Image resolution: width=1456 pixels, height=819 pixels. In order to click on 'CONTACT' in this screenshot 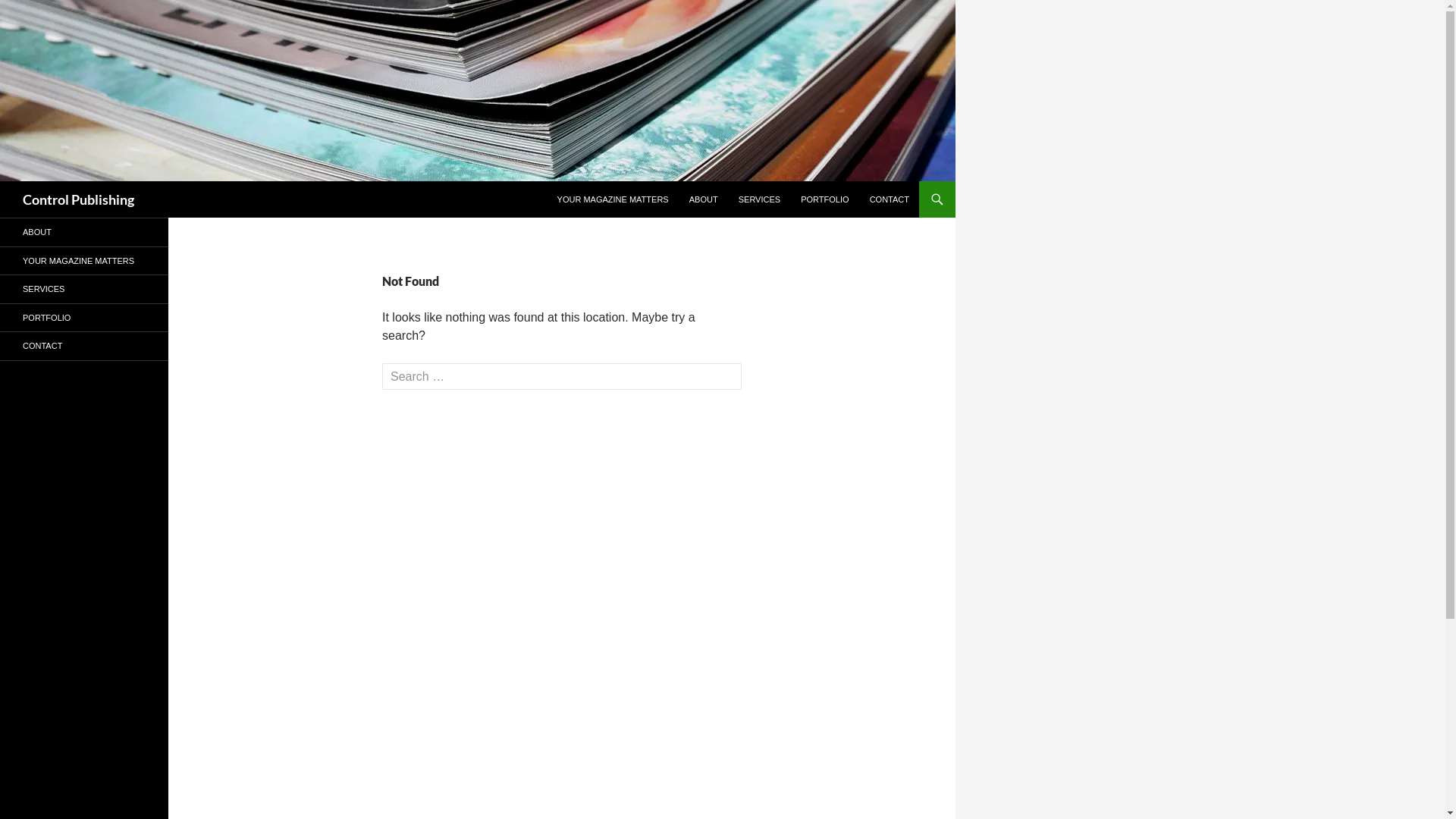, I will do `click(889, 198)`.